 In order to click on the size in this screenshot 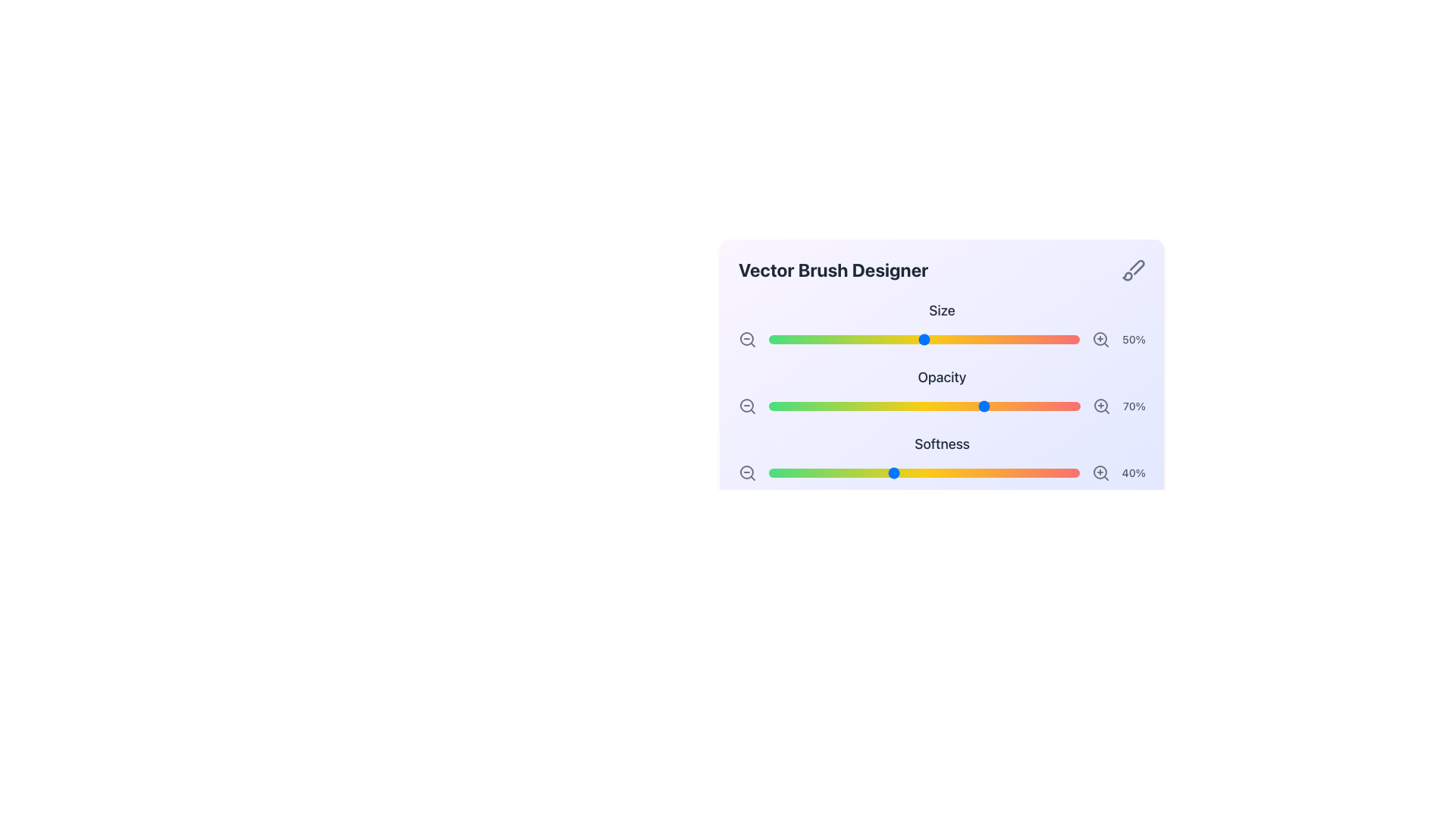, I will do `click(1005, 338)`.